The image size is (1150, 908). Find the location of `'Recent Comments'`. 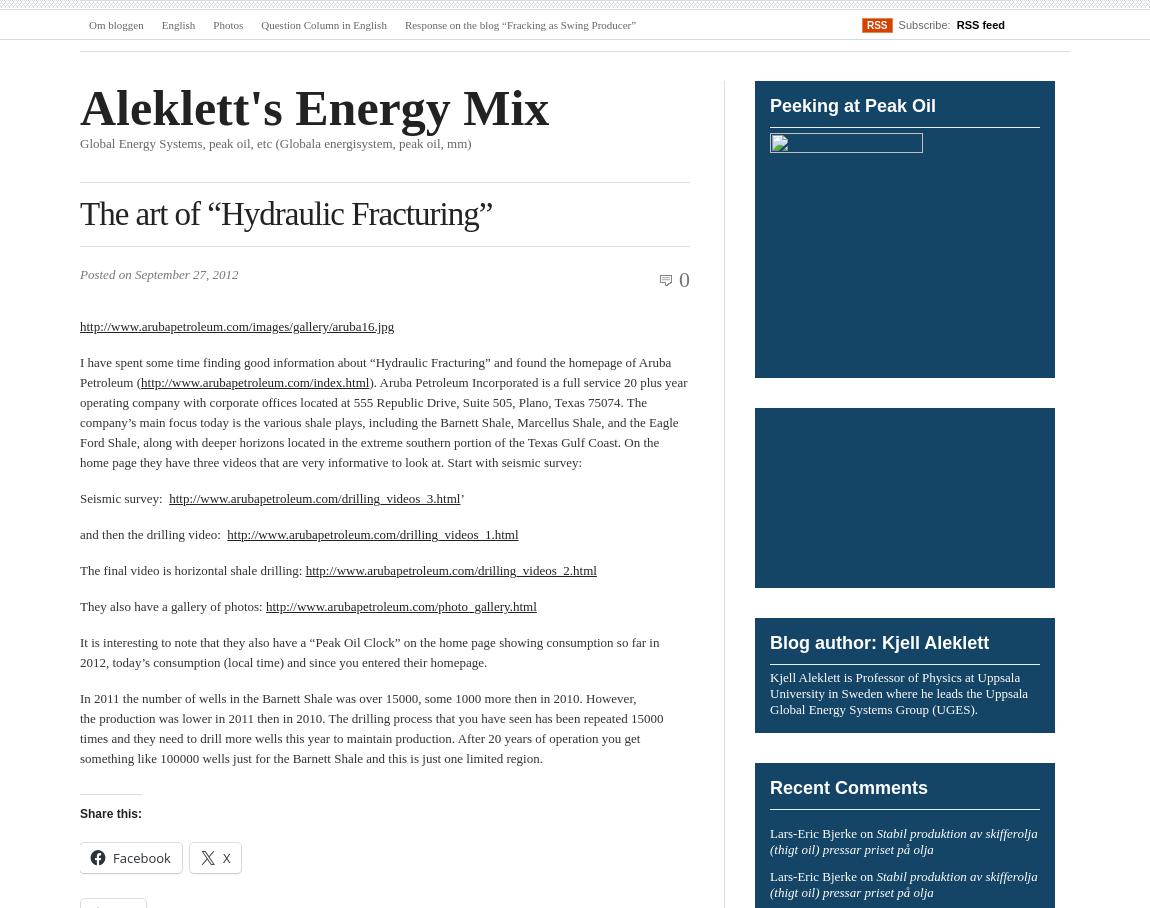

'Recent Comments' is located at coordinates (769, 786).